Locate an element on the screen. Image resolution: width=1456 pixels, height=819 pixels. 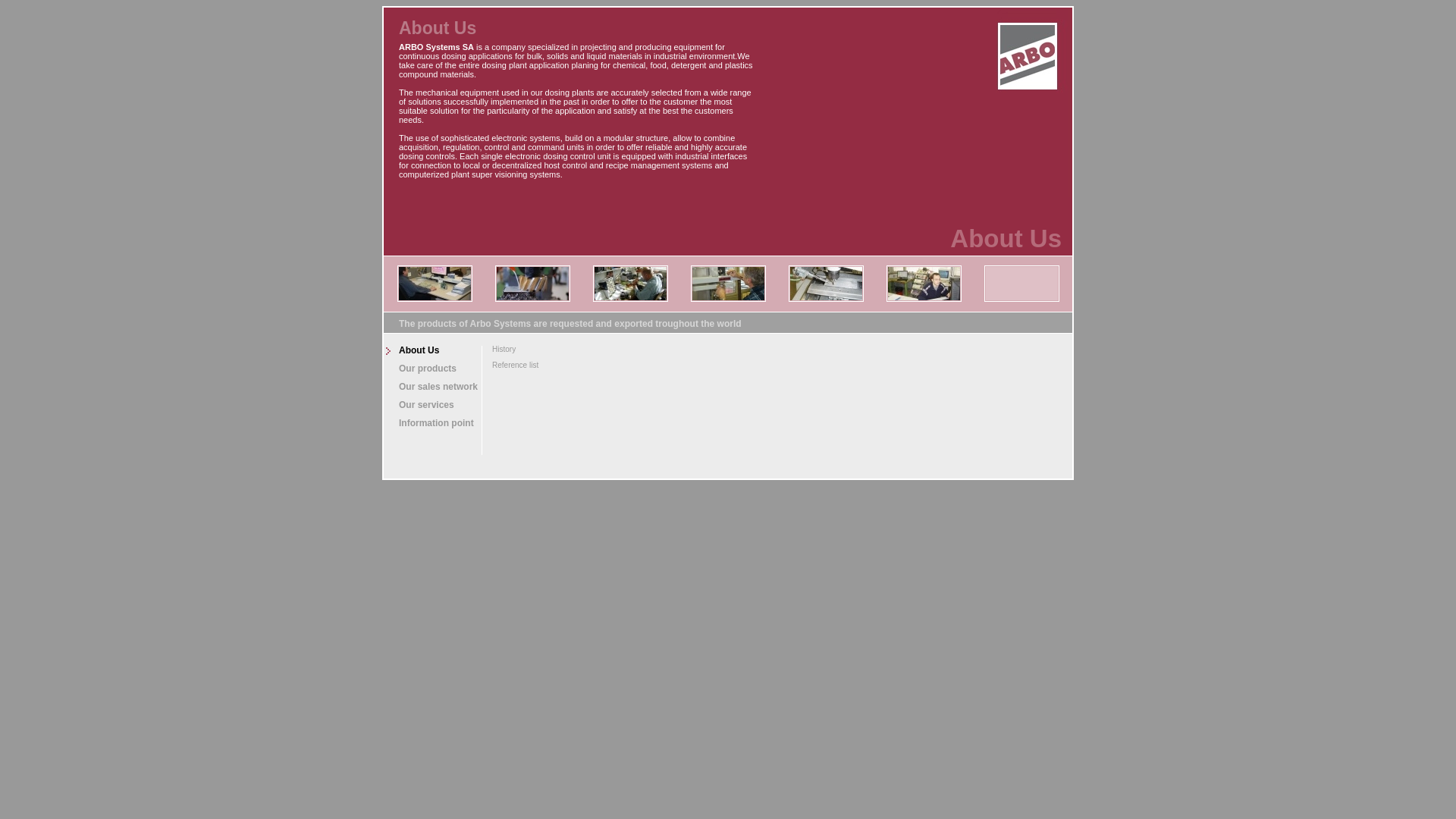
'Information point' is located at coordinates (431, 423).